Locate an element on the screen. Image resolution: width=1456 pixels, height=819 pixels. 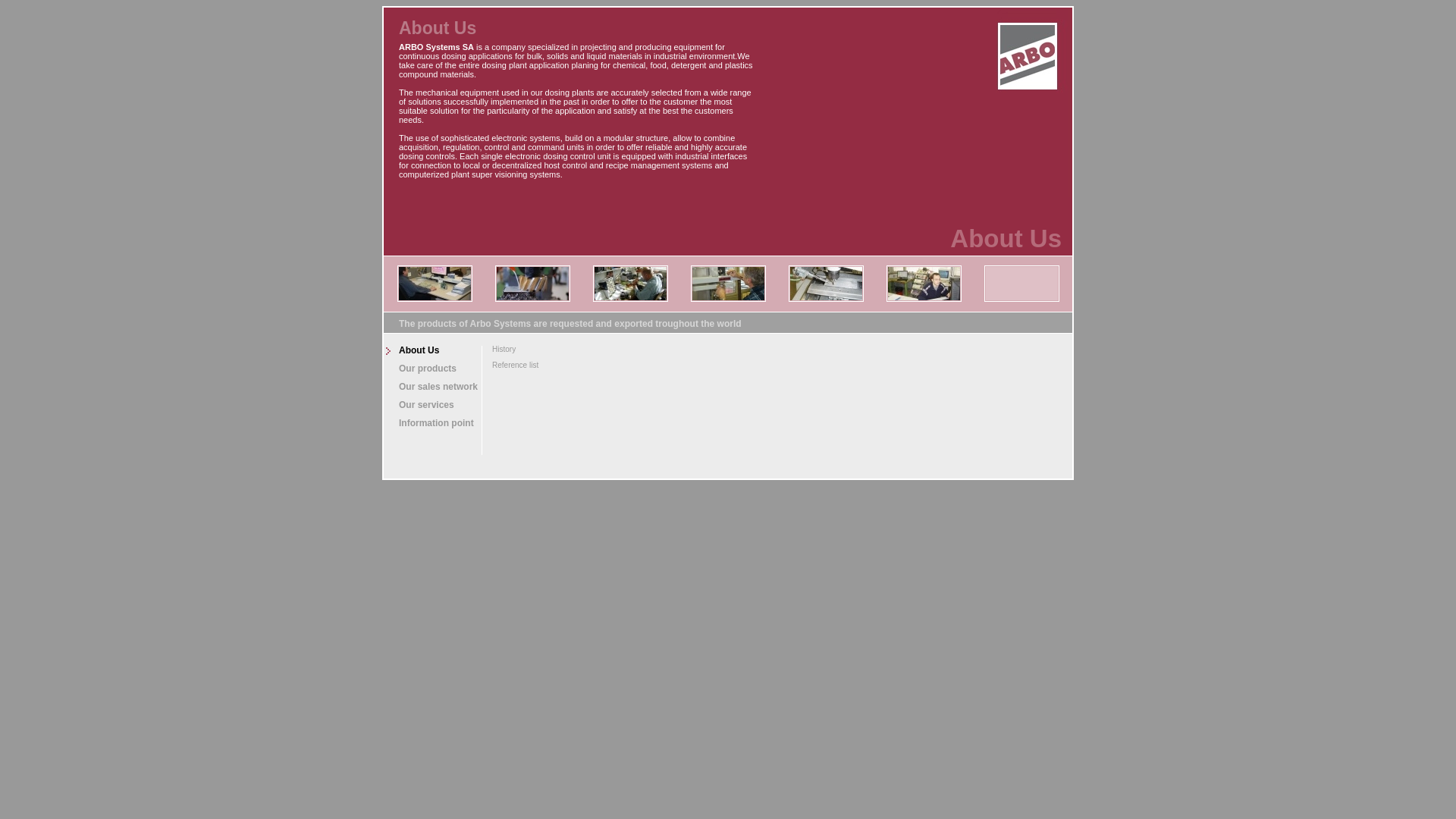
'Information point' is located at coordinates (431, 423).